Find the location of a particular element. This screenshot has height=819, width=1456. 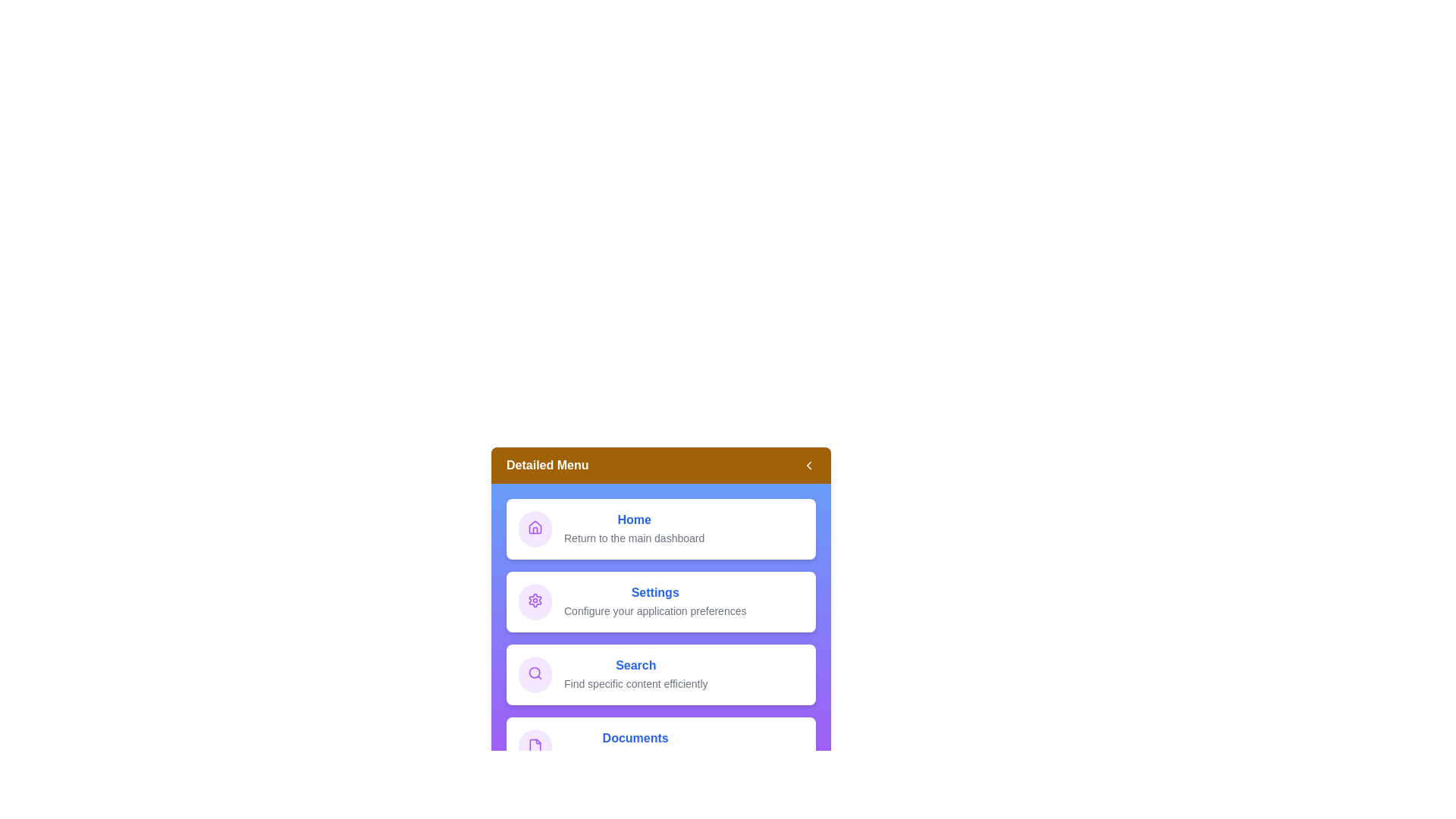

the menu item Documents to interact with it is located at coordinates (661, 747).